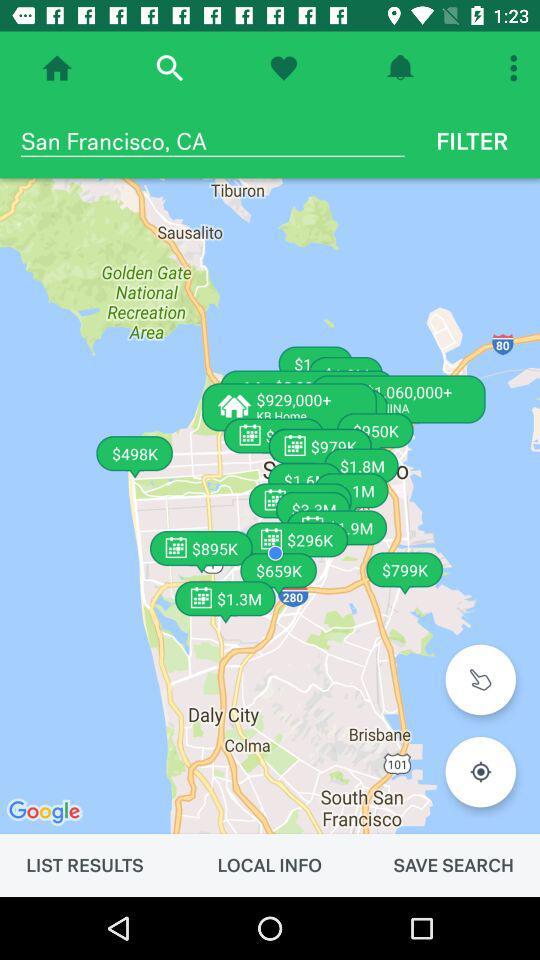 This screenshot has width=540, height=960. What do you see at coordinates (83, 864) in the screenshot?
I see `list results item` at bounding box center [83, 864].